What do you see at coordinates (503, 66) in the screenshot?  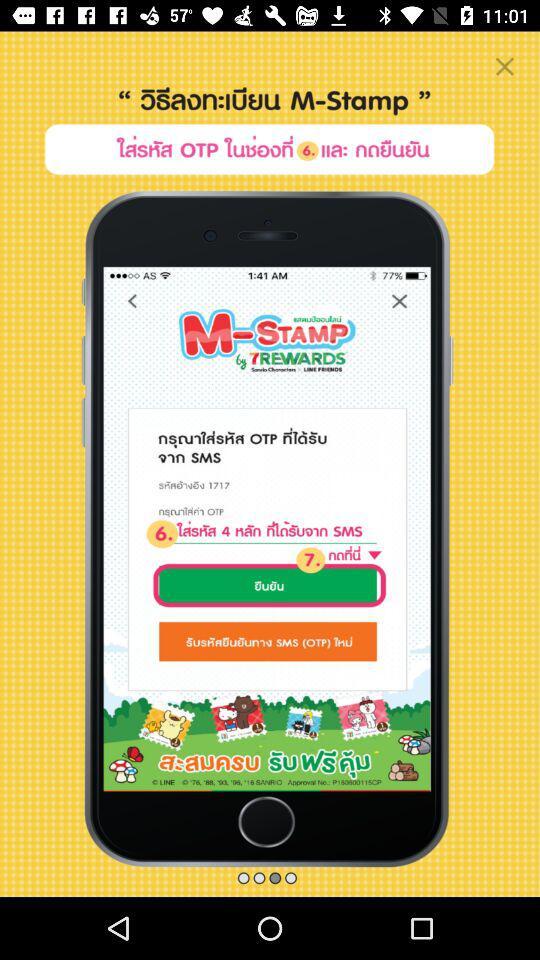 I see `window` at bounding box center [503, 66].